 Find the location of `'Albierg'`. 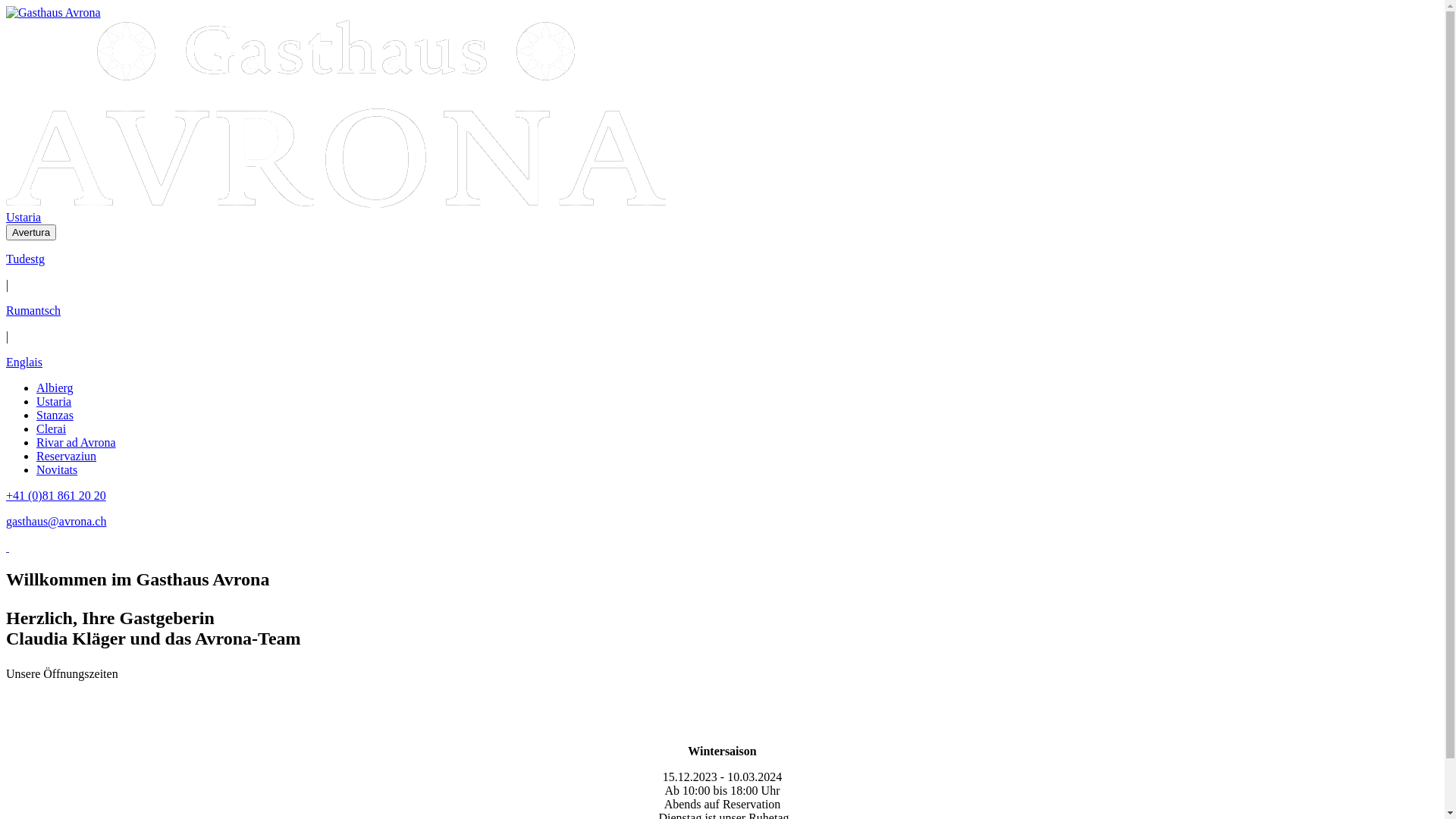

'Albierg' is located at coordinates (55, 387).